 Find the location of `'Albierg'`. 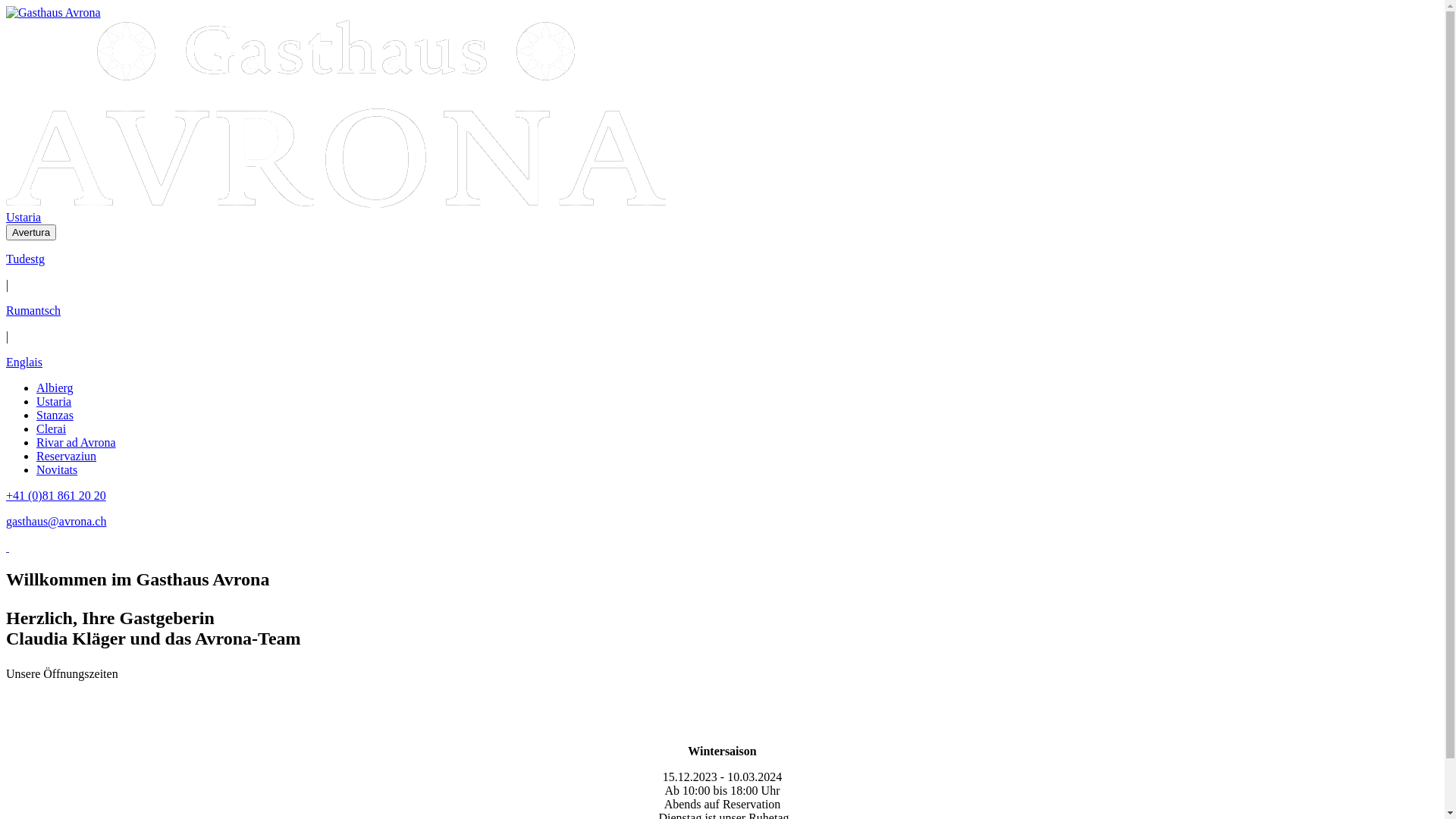

'Albierg' is located at coordinates (55, 387).